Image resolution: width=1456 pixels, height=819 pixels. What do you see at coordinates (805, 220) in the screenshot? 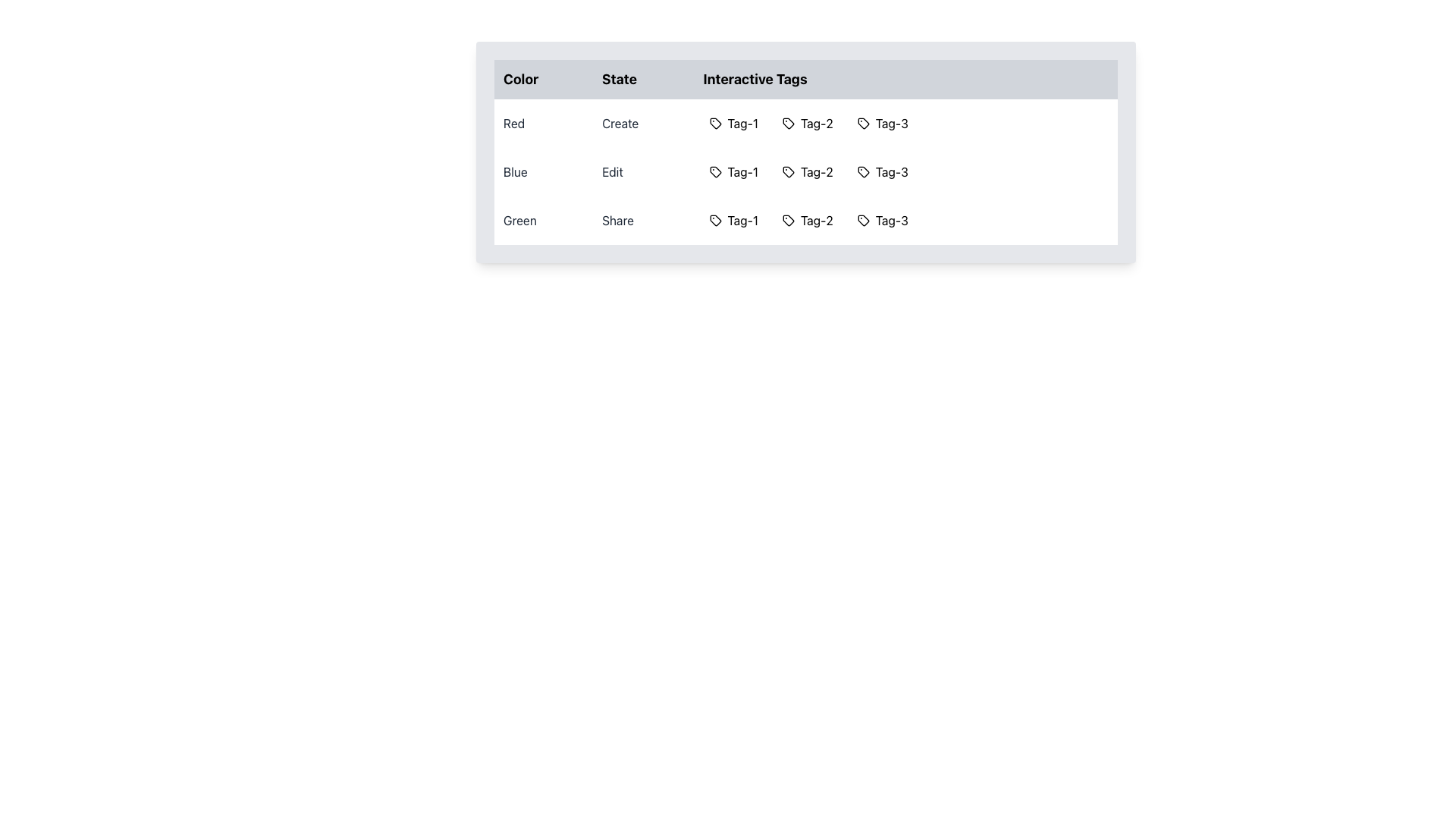
I see `last row of the table containing the text 'Green', 'Share', and tags 'Tag-1', 'Tag-2', and 'Tag-3'` at bounding box center [805, 220].